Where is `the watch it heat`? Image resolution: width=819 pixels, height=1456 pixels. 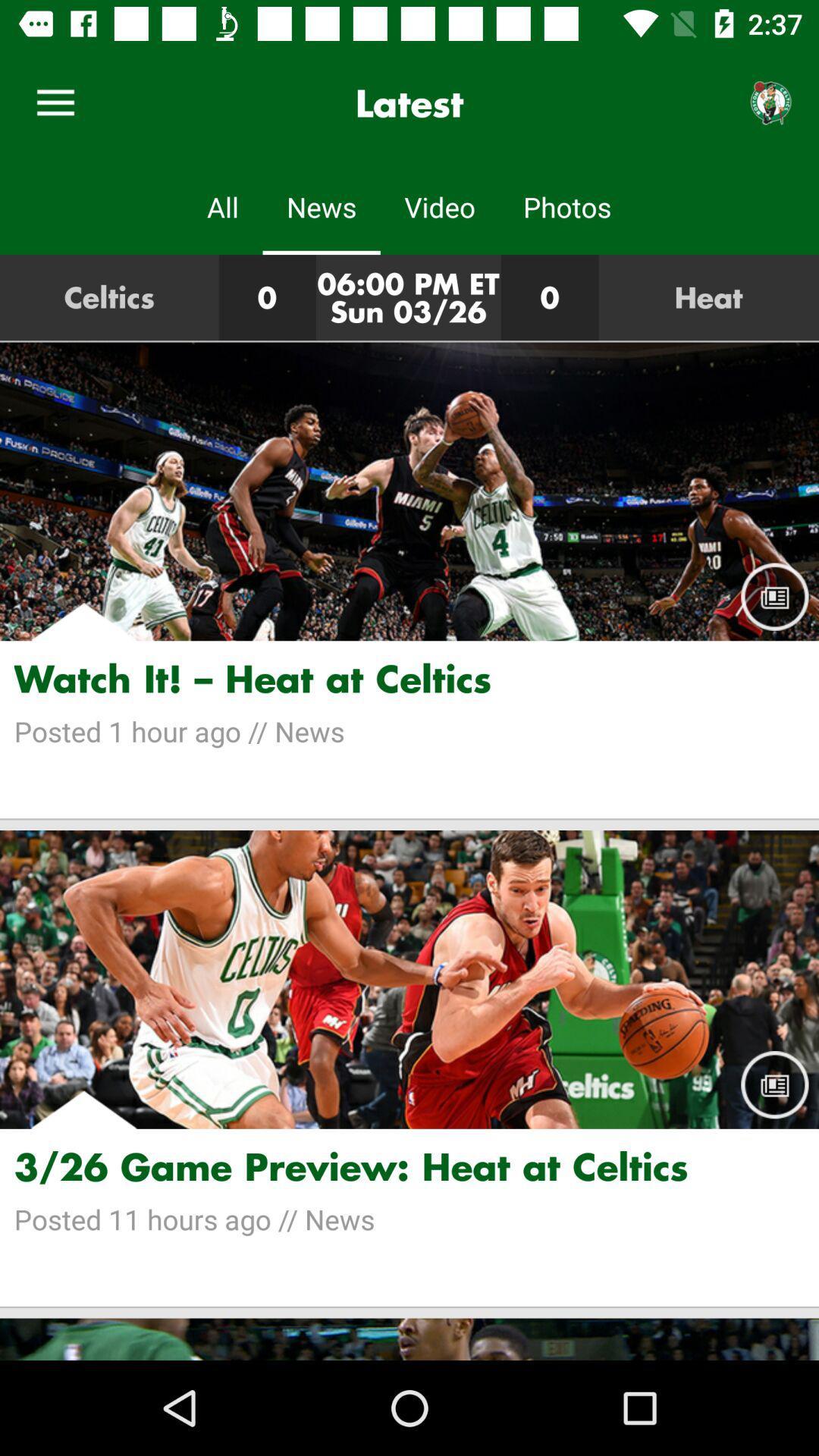
the watch it heat is located at coordinates (409, 678).